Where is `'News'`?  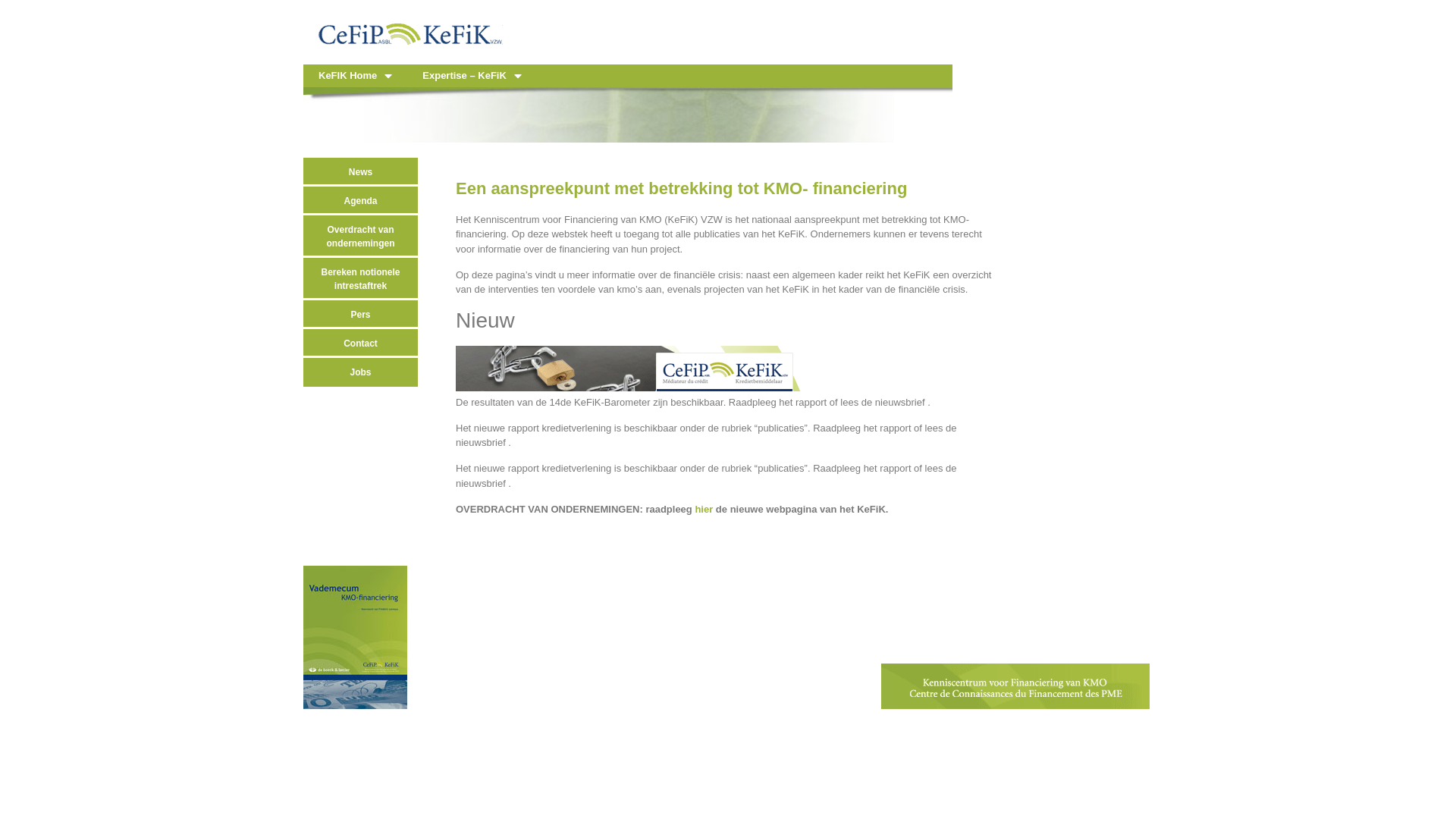 'News' is located at coordinates (359, 171).